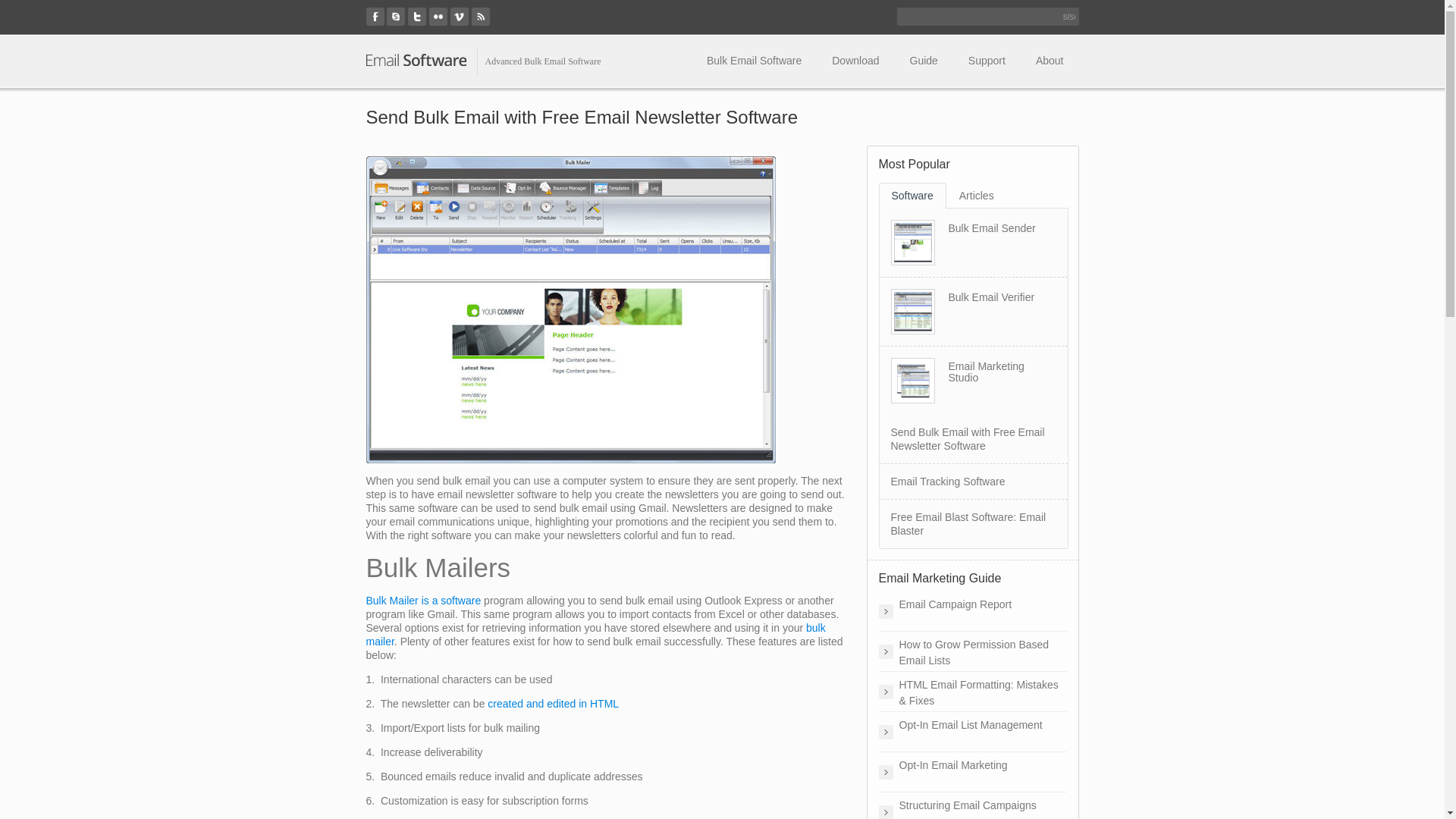 The width and height of the screenshot is (1456, 819). What do you see at coordinates (754, 60) in the screenshot?
I see `'Bulk Email Software'` at bounding box center [754, 60].